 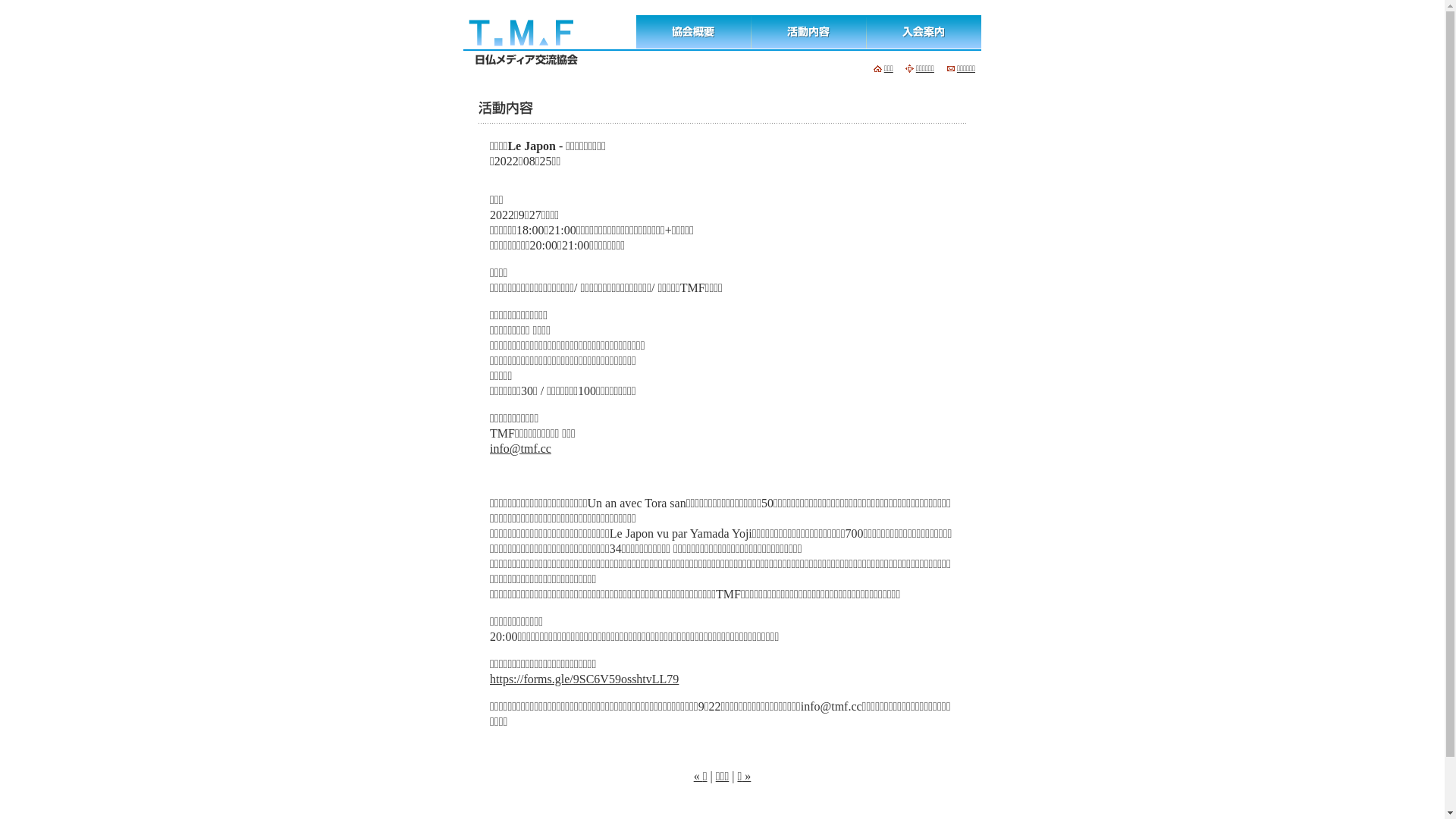 What do you see at coordinates (583, 678) in the screenshot?
I see `'https://forms.gle/9SC6V59osshtvLL79'` at bounding box center [583, 678].